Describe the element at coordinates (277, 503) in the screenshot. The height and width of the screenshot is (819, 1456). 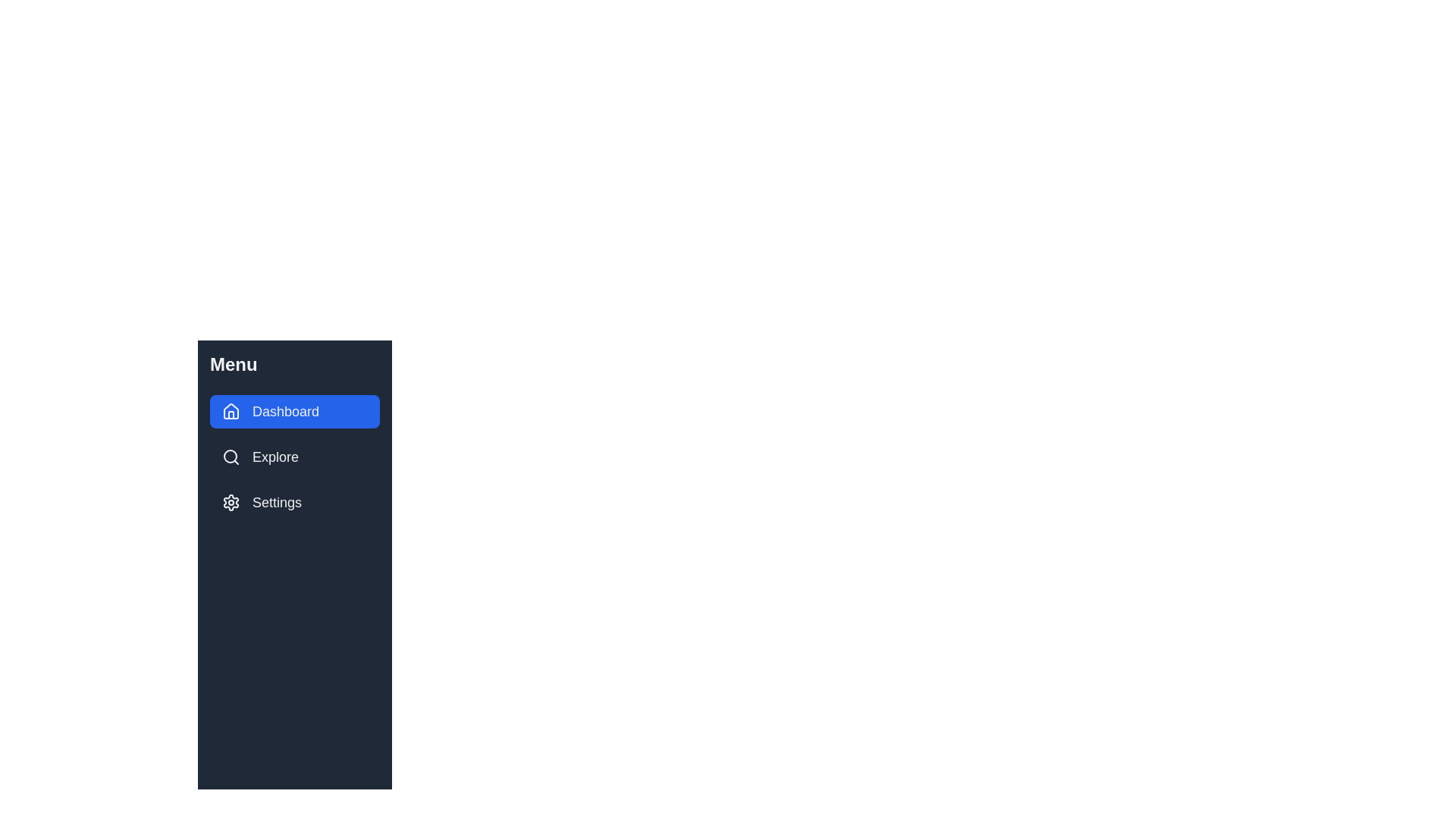
I see `the 'Settings' text label positioned under the 'Explore' menu item for visual feedback` at that location.